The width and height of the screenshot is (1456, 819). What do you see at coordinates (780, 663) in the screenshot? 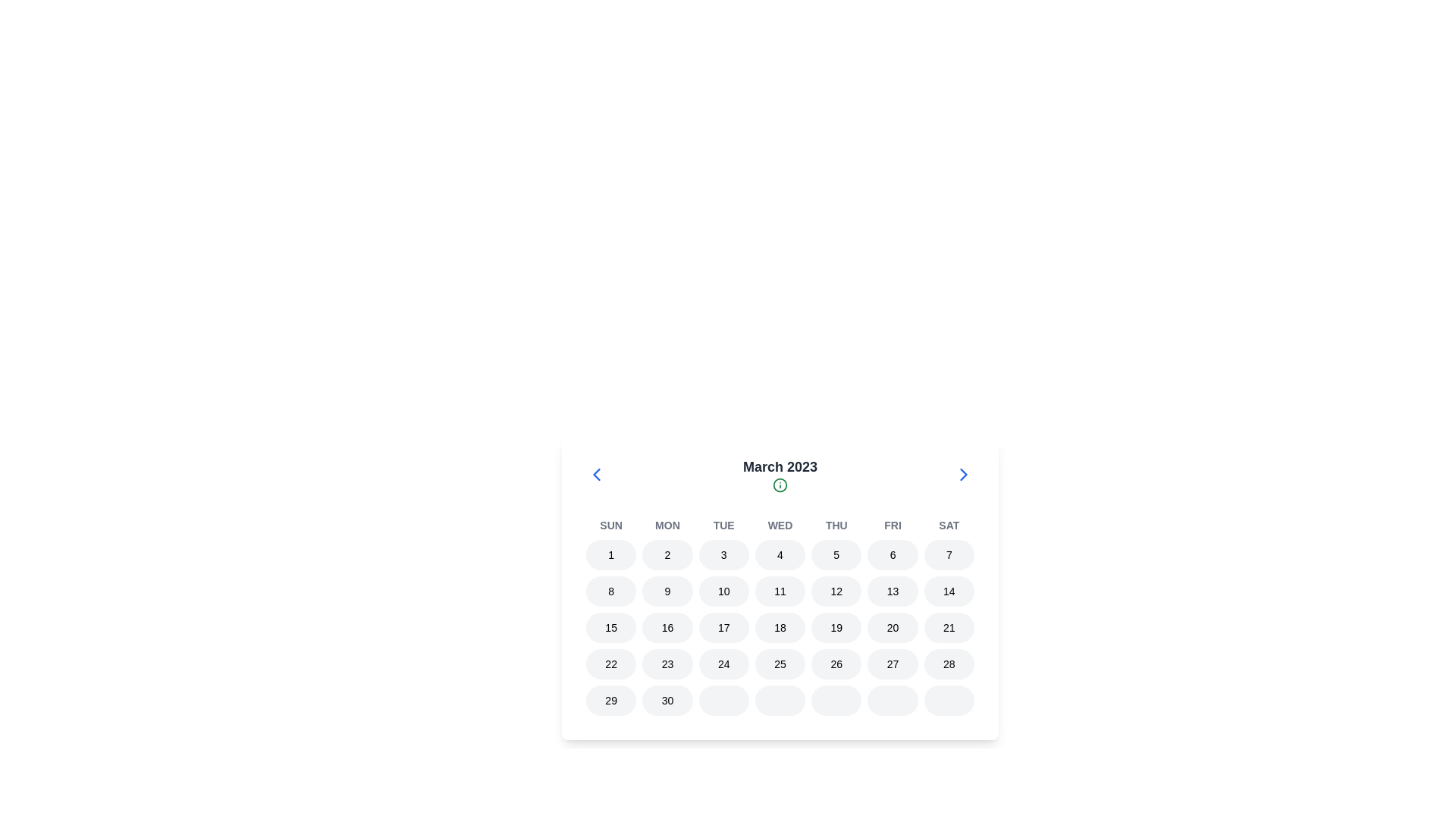
I see `the selectable date button in the calendar grid located in the fourth column of the fourth row, below the 'March 2023' header` at bounding box center [780, 663].